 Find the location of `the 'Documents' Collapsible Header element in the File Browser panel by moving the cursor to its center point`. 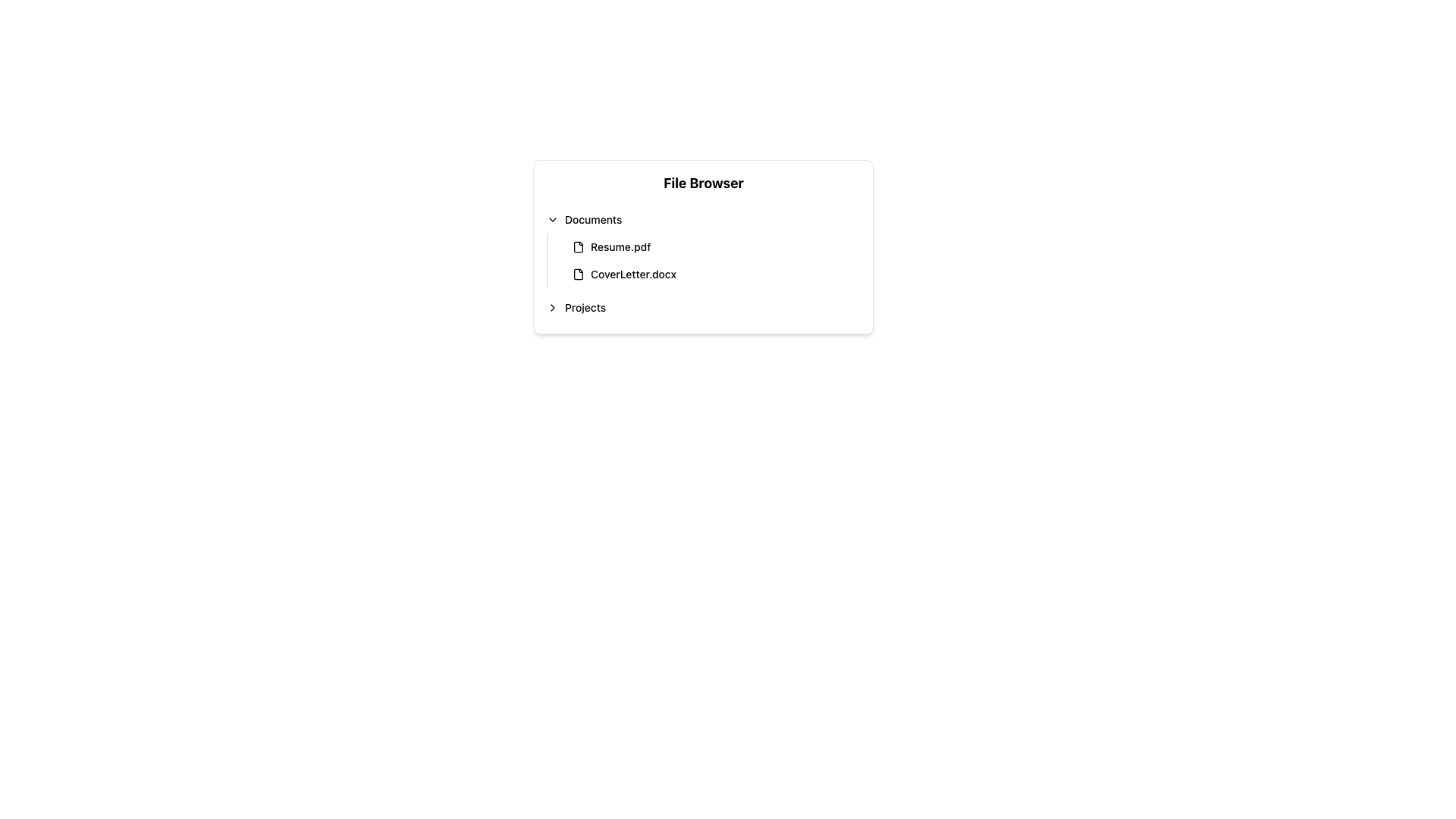

the 'Documents' Collapsible Header element in the File Browser panel by moving the cursor to its center point is located at coordinates (702, 219).